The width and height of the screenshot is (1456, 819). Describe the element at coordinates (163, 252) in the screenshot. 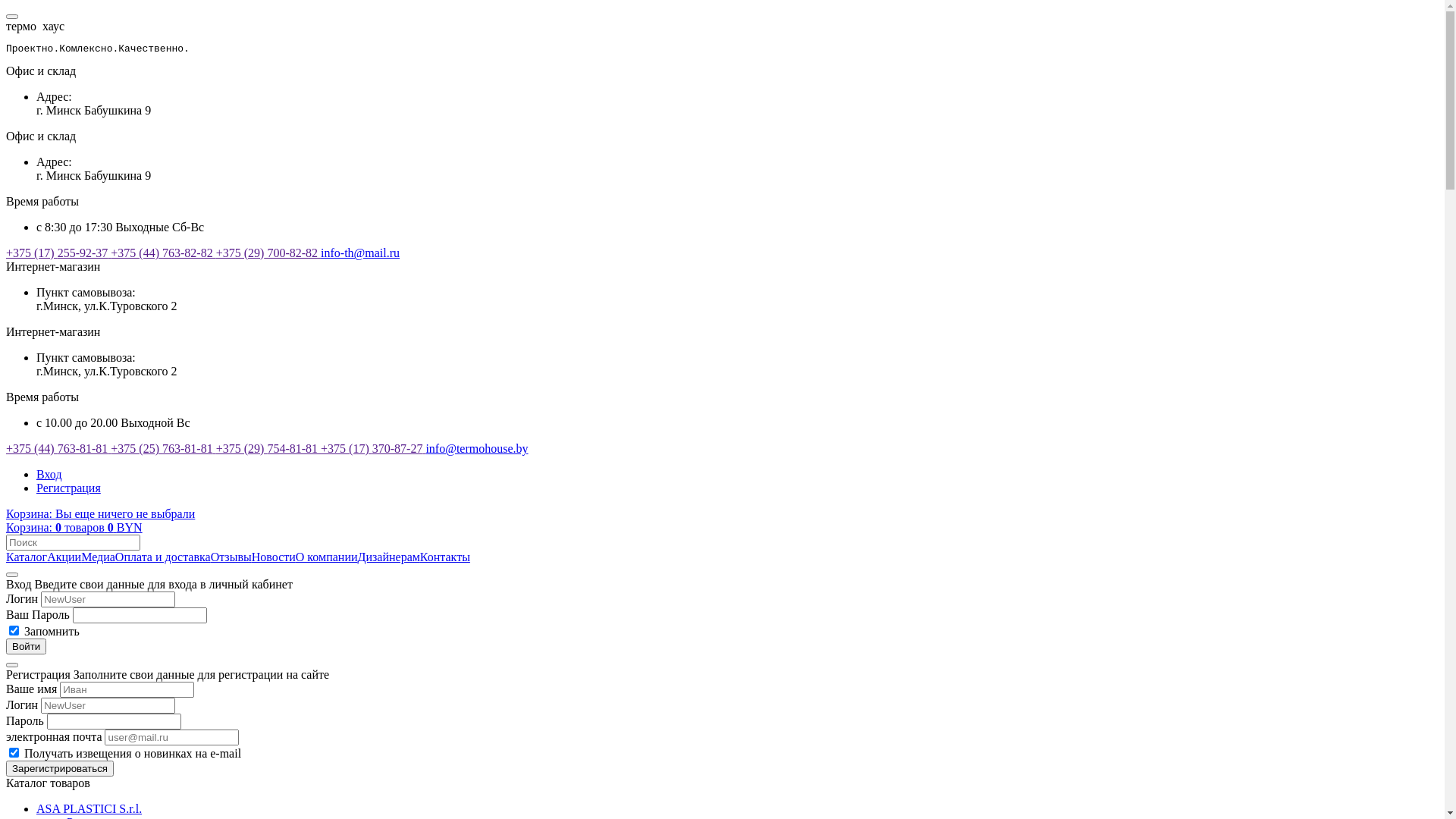

I see `'+375 (44) 763-82-82'` at that location.